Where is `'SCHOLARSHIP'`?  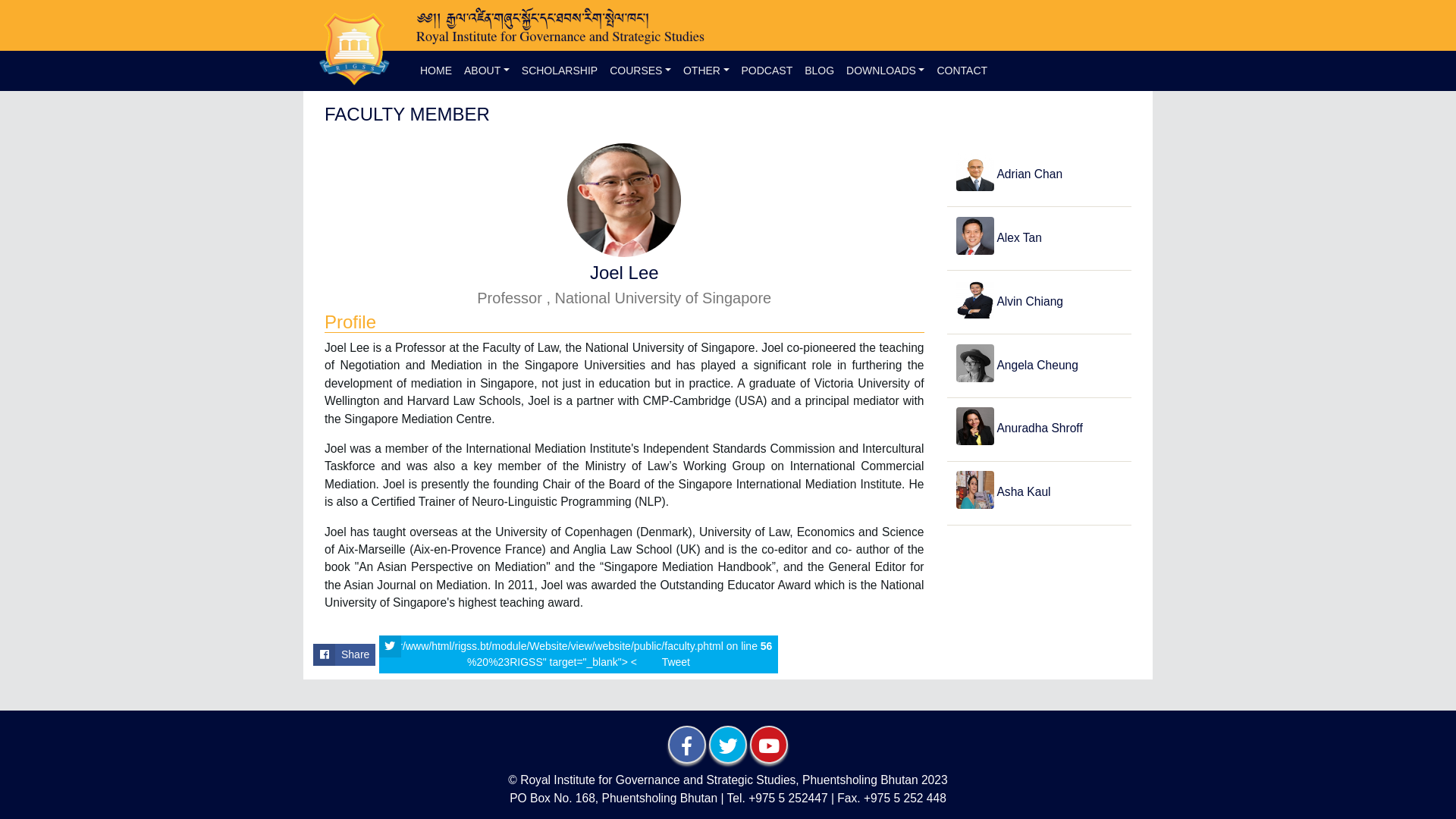 'SCHOLARSHIP' is located at coordinates (516, 71).